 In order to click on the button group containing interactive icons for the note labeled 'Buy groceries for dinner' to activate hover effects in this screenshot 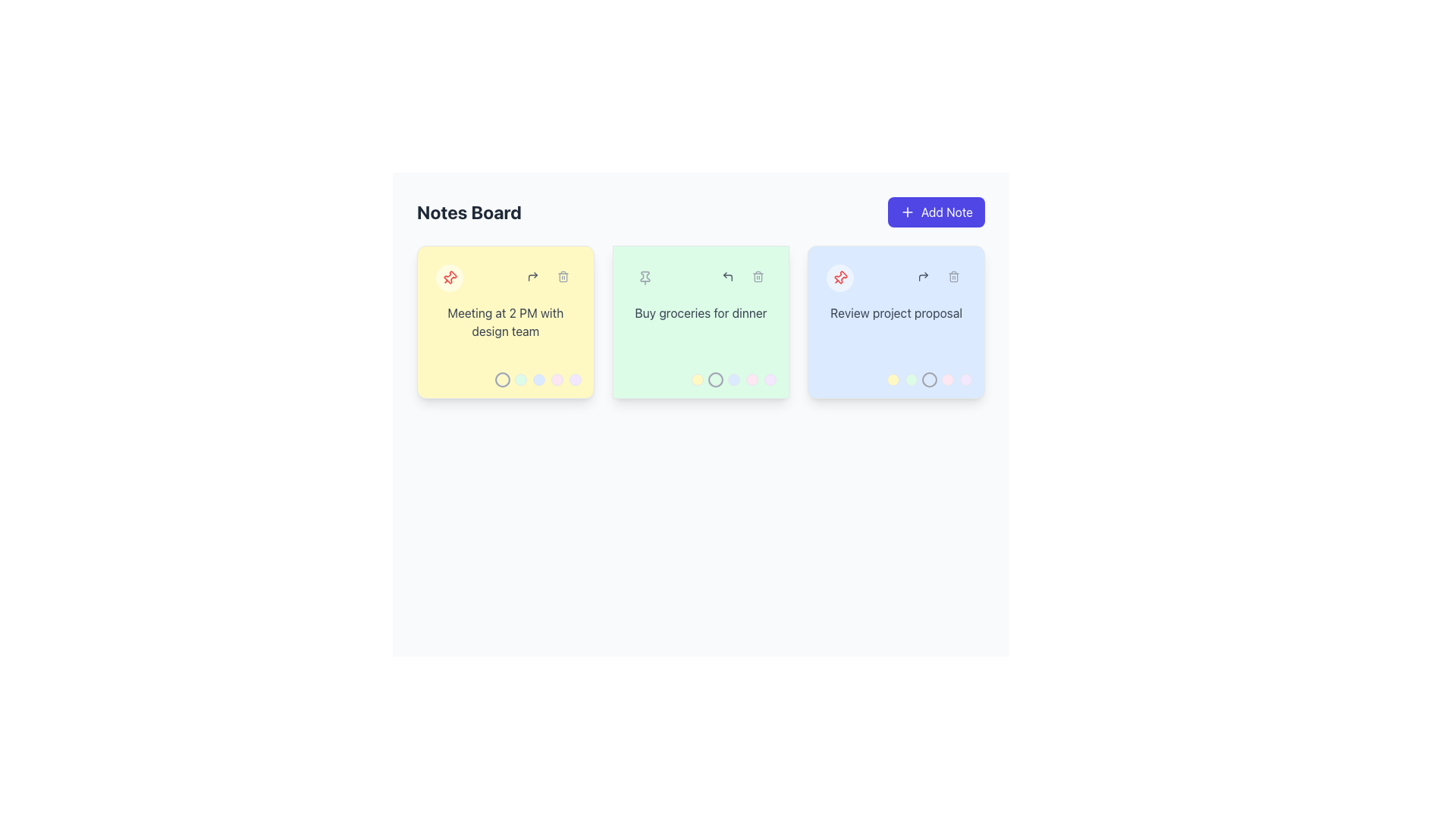, I will do `click(743, 277)`.